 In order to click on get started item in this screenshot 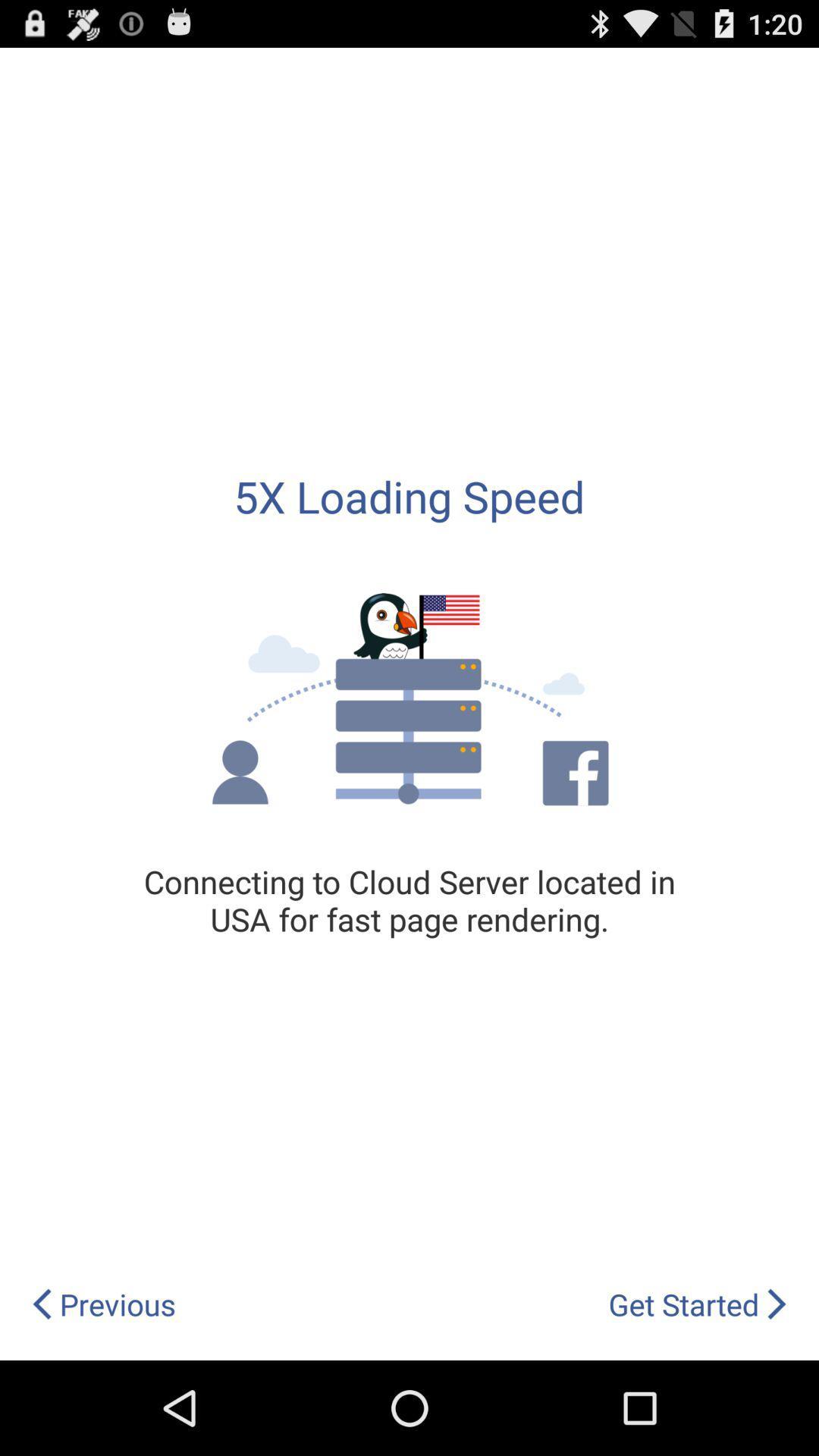, I will do `click(698, 1304)`.